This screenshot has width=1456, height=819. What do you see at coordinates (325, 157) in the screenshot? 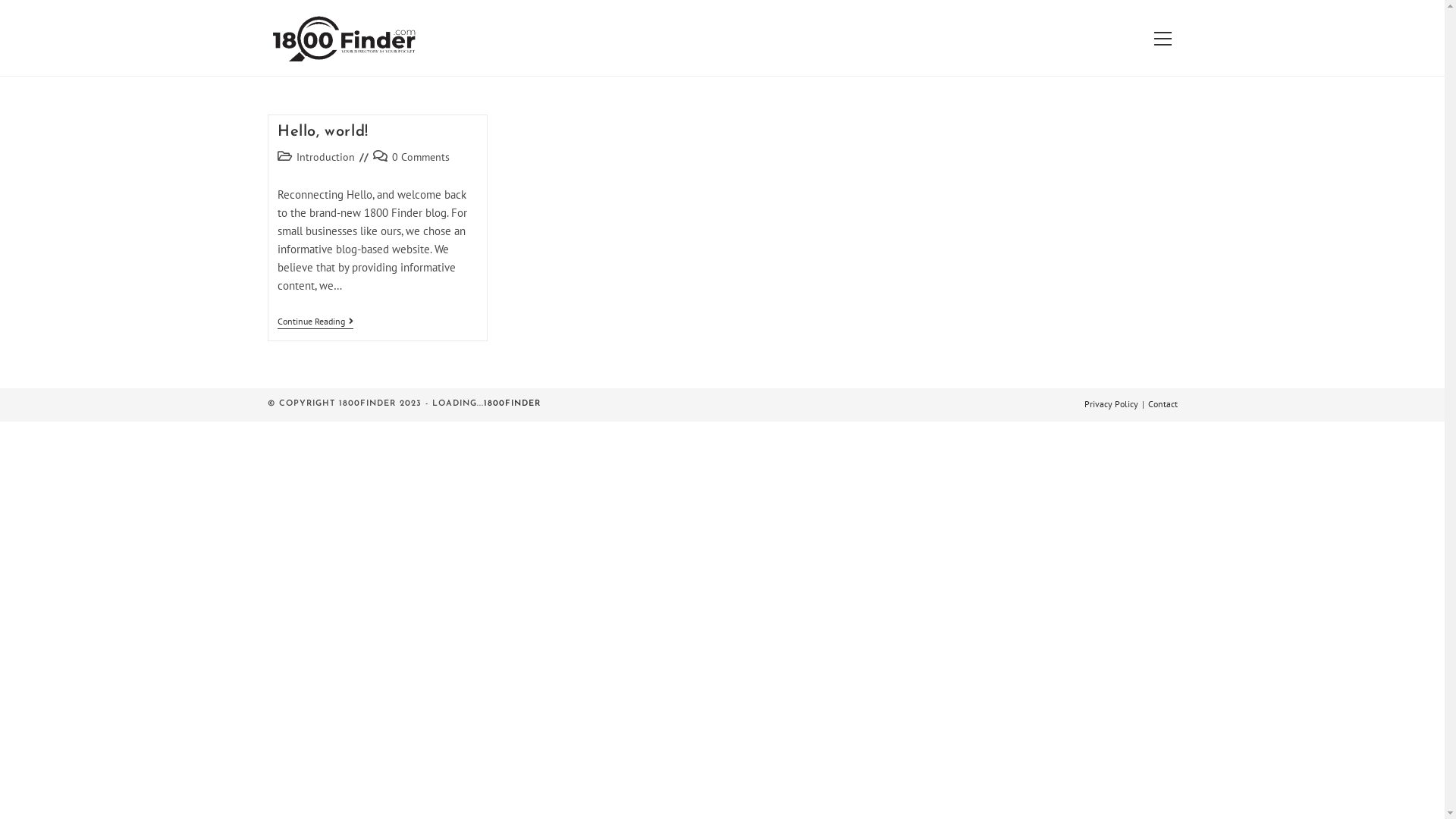
I see `'Introduction'` at bounding box center [325, 157].